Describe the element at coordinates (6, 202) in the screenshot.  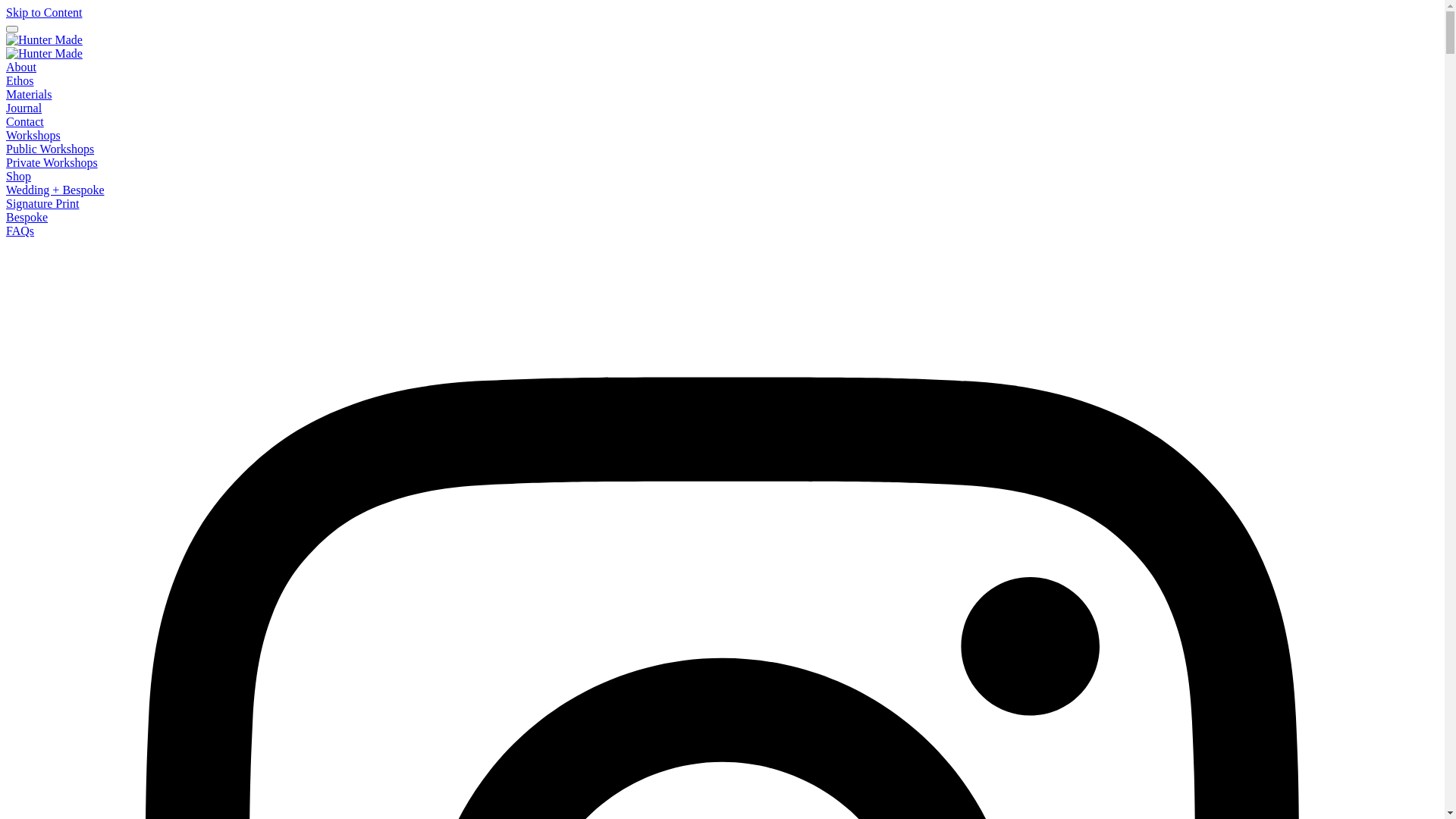
I see `'Signature Print'` at that location.